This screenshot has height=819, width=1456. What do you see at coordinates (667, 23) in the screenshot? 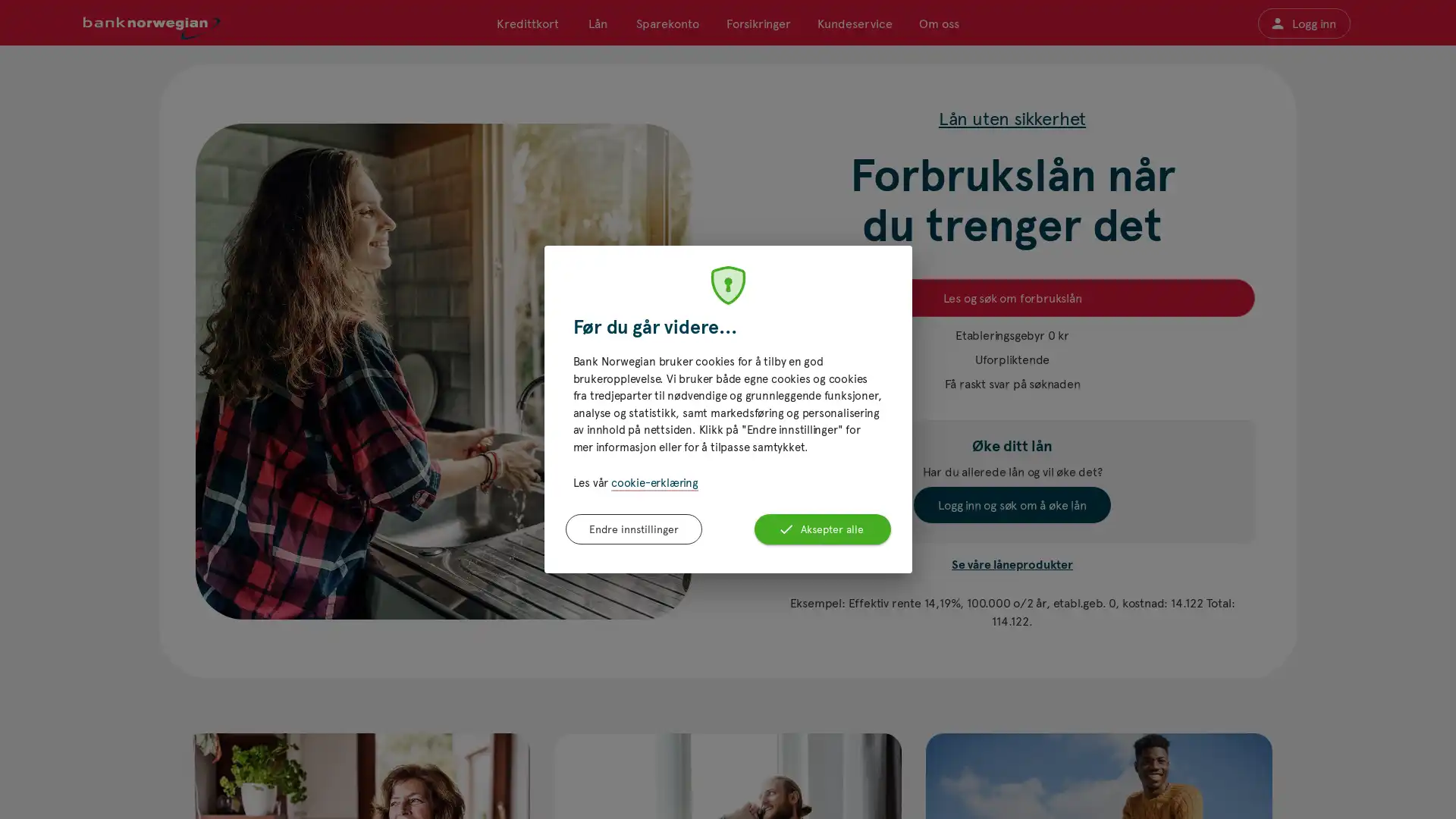
I see `Sparekonto` at bounding box center [667, 23].